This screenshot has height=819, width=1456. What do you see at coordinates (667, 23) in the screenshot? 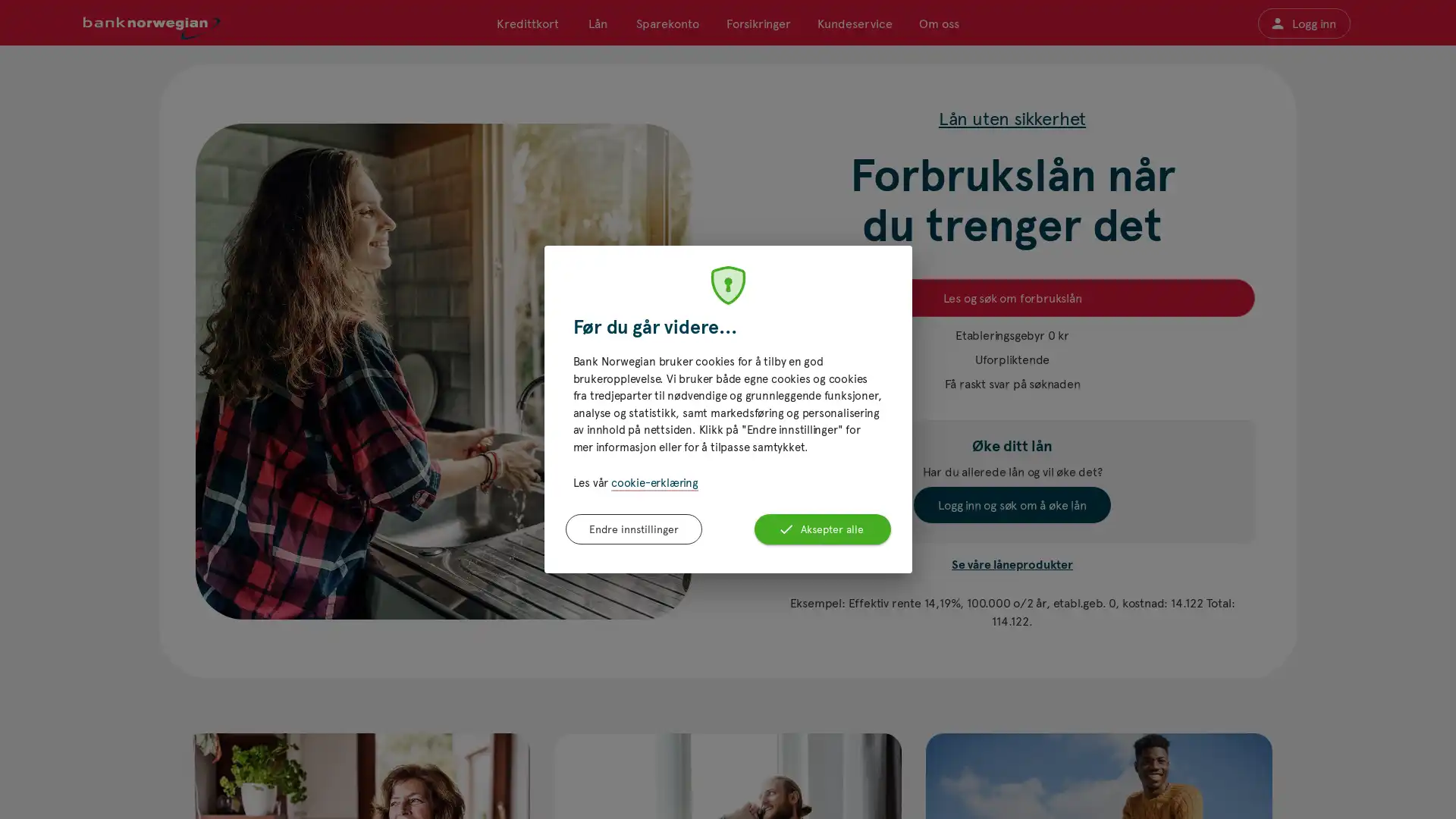
I see `Sparekonto` at bounding box center [667, 23].